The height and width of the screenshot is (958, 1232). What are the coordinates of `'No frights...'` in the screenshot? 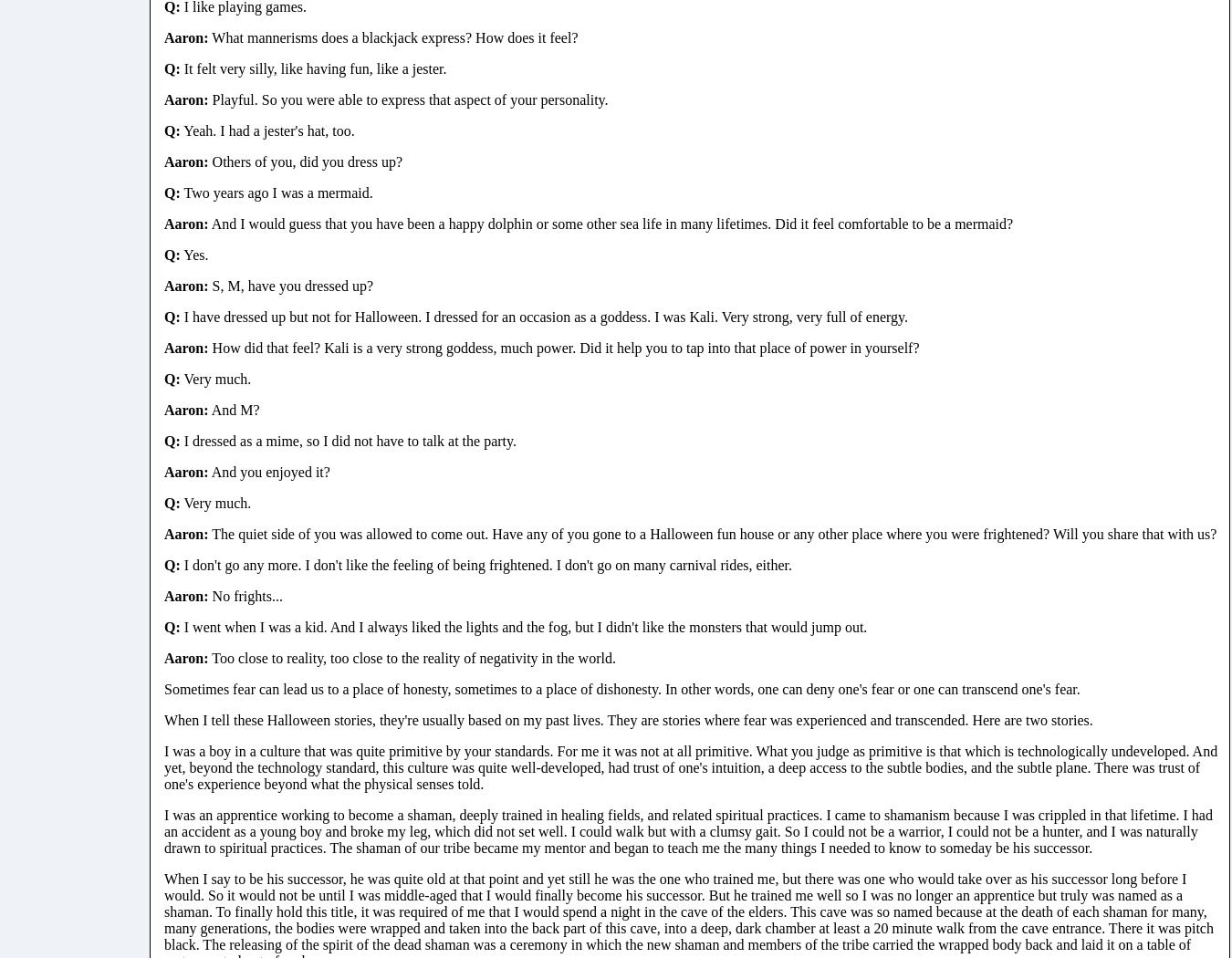 It's located at (244, 594).